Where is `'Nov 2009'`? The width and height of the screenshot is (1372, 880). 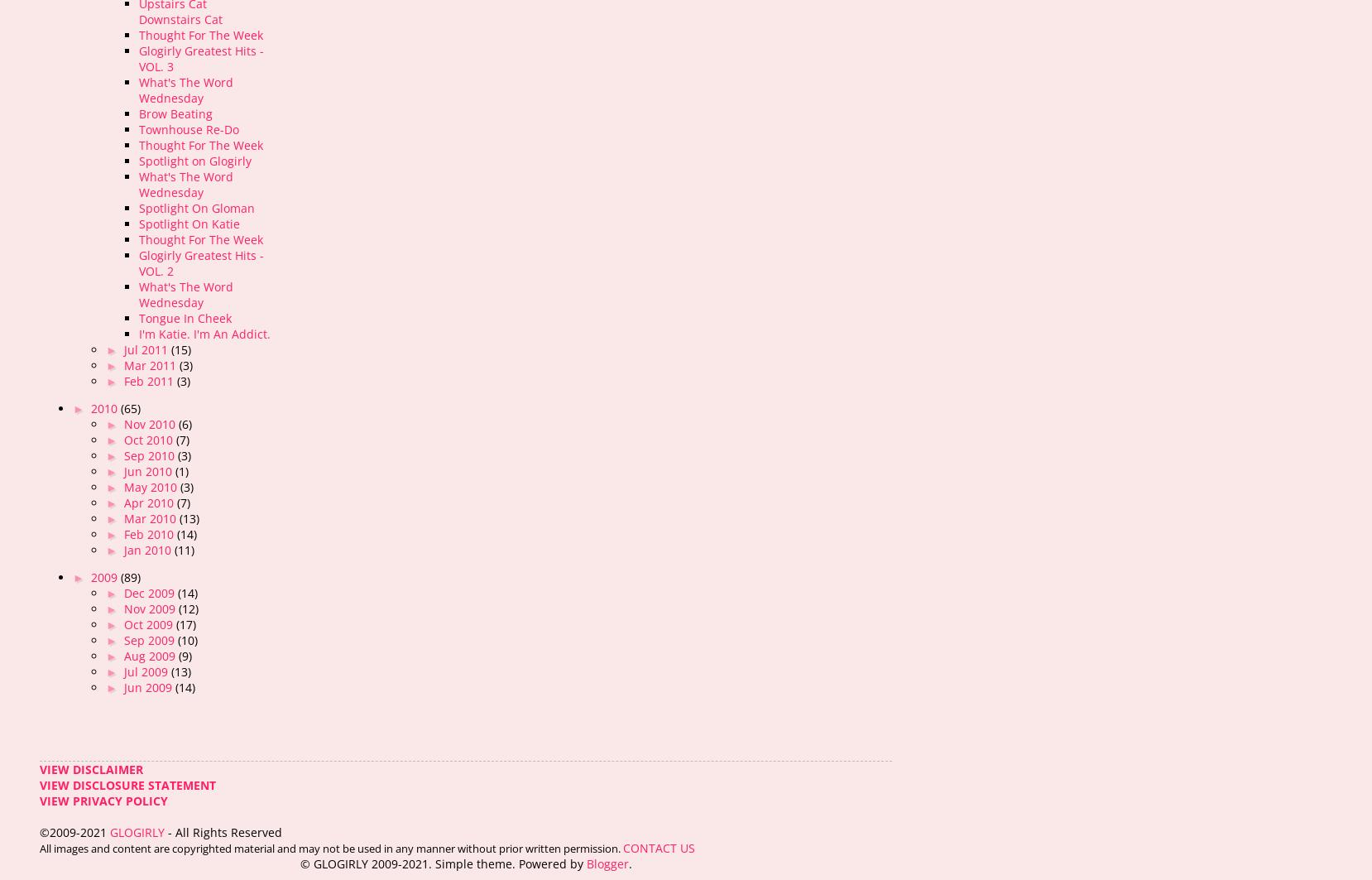
'Nov 2009' is located at coordinates (151, 608).